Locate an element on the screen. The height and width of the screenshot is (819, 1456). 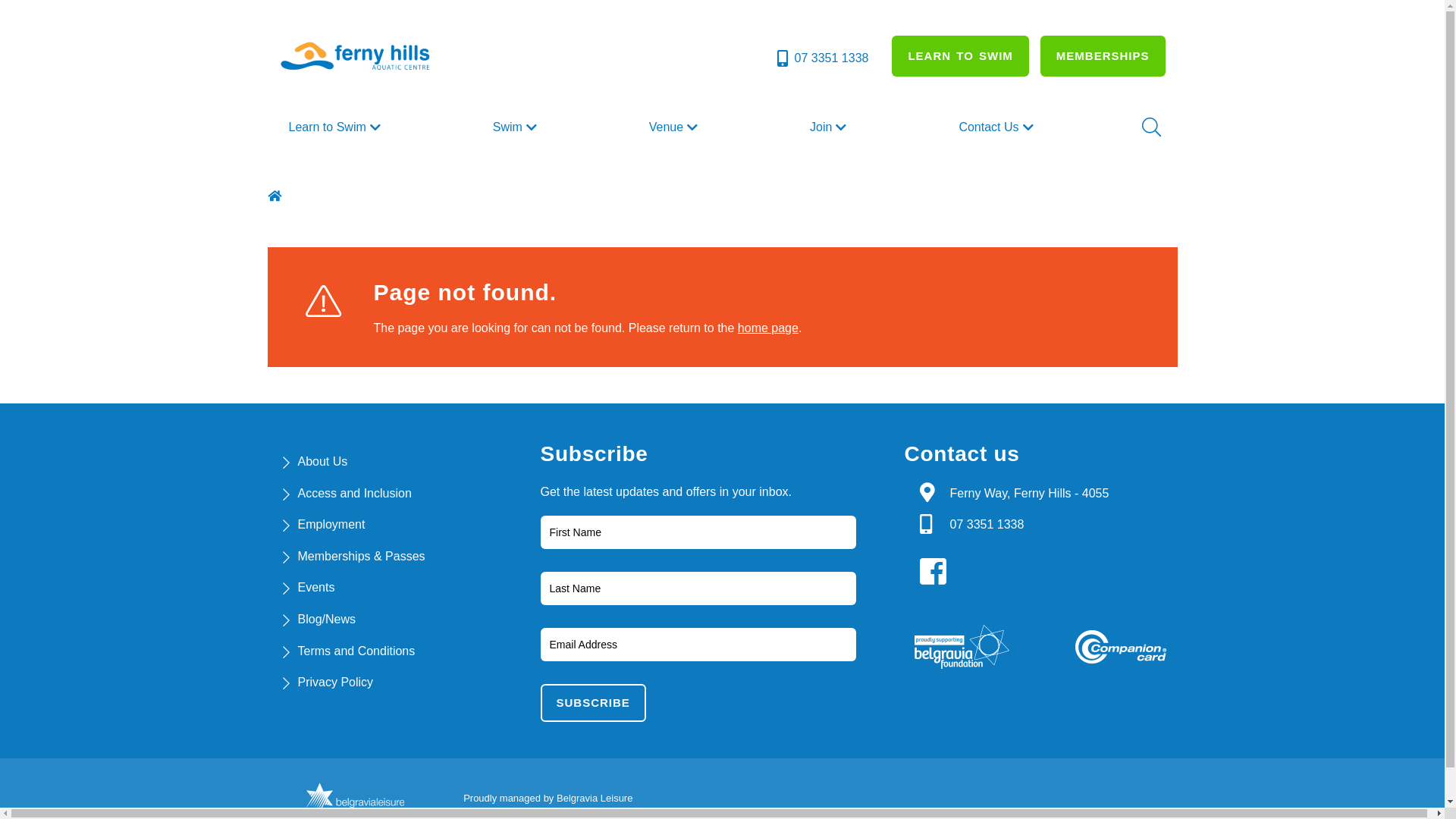
'Join' is located at coordinates (829, 127).